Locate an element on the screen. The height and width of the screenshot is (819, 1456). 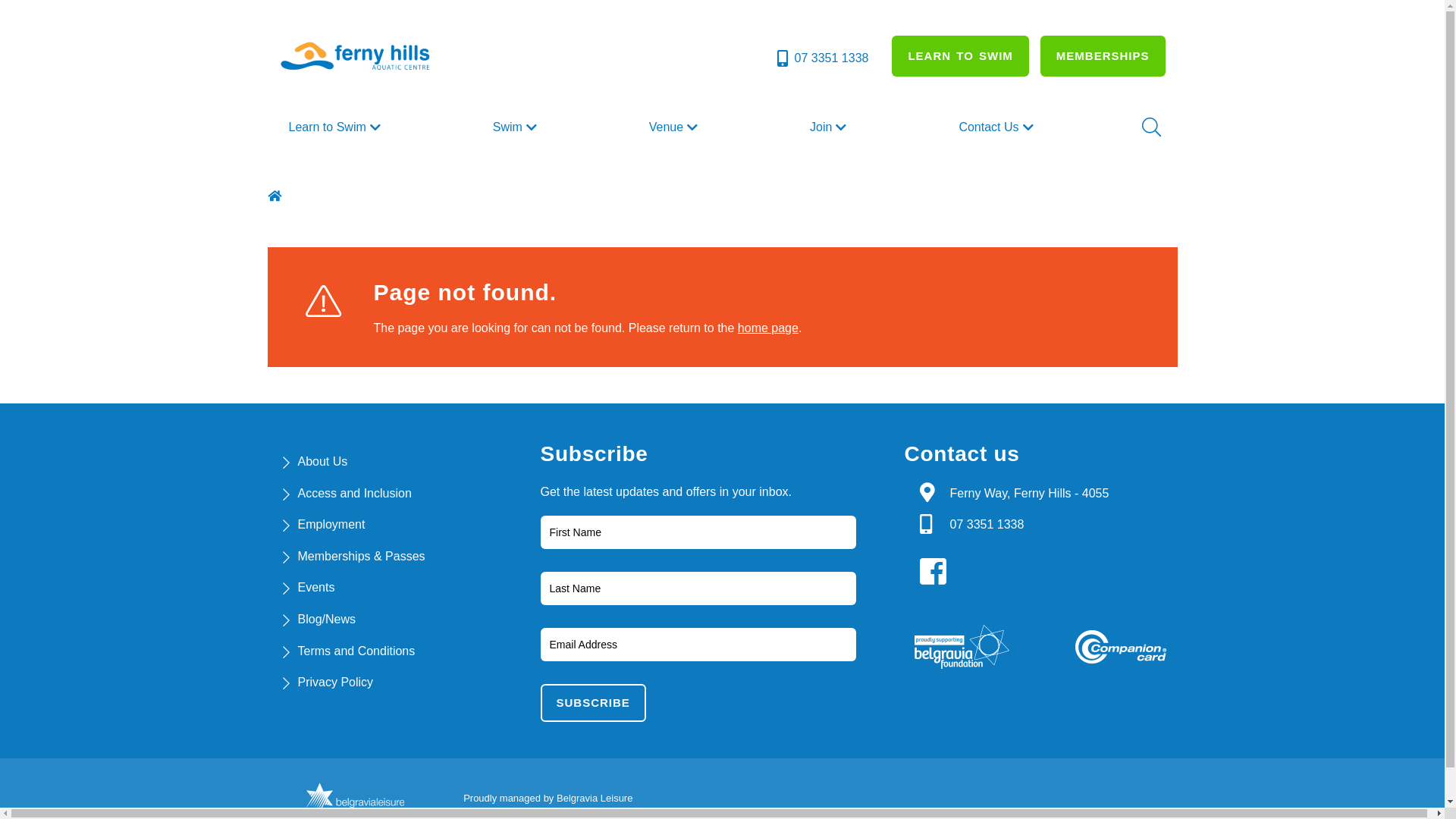
'Join' is located at coordinates (829, 127).